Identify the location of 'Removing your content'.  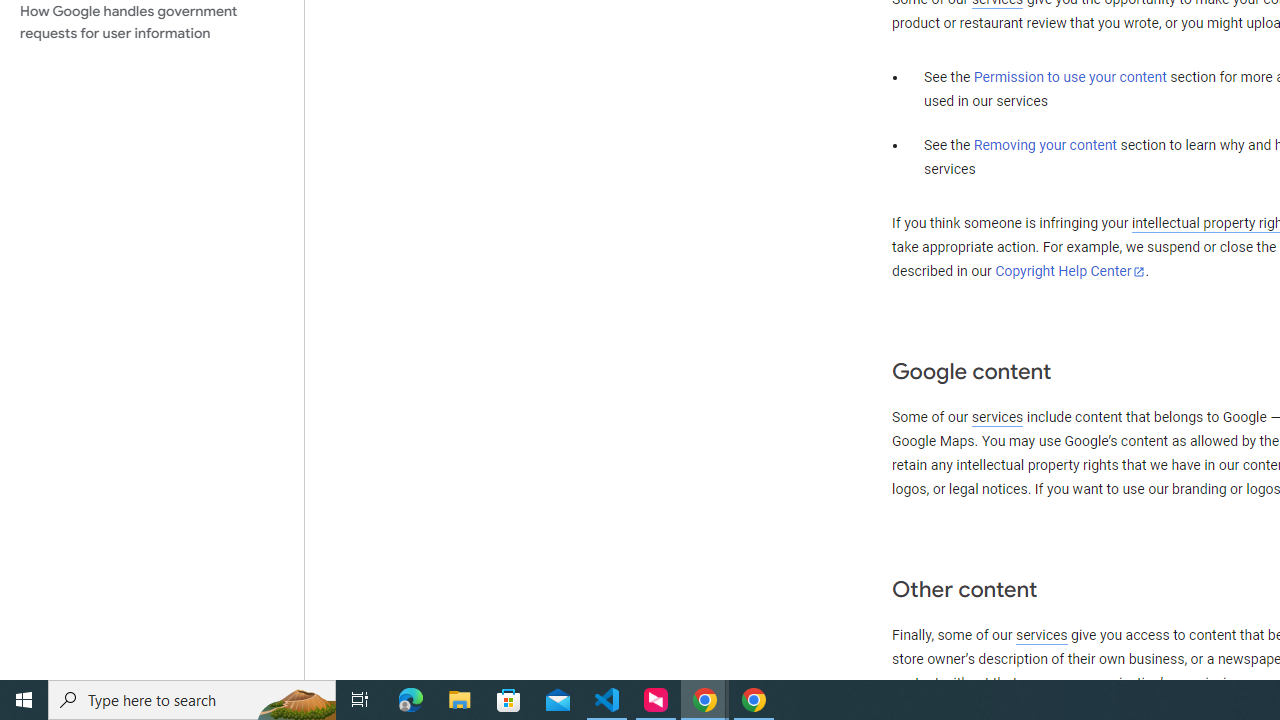
(1044, 144).